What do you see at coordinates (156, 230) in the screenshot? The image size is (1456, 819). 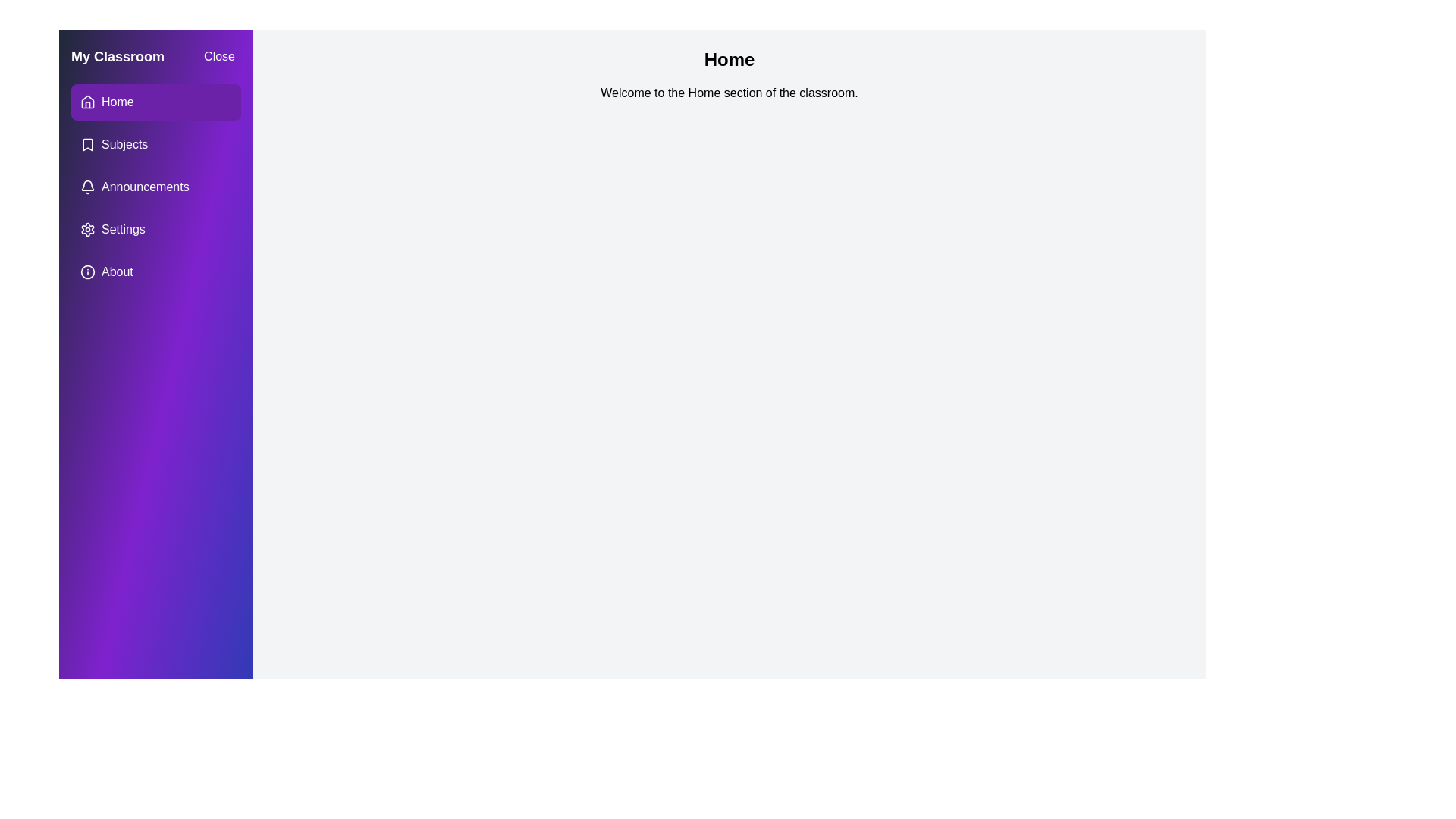 I see `the menu item labeled 'Settings' to observe visual feedback` at bounding box center [156, 230].